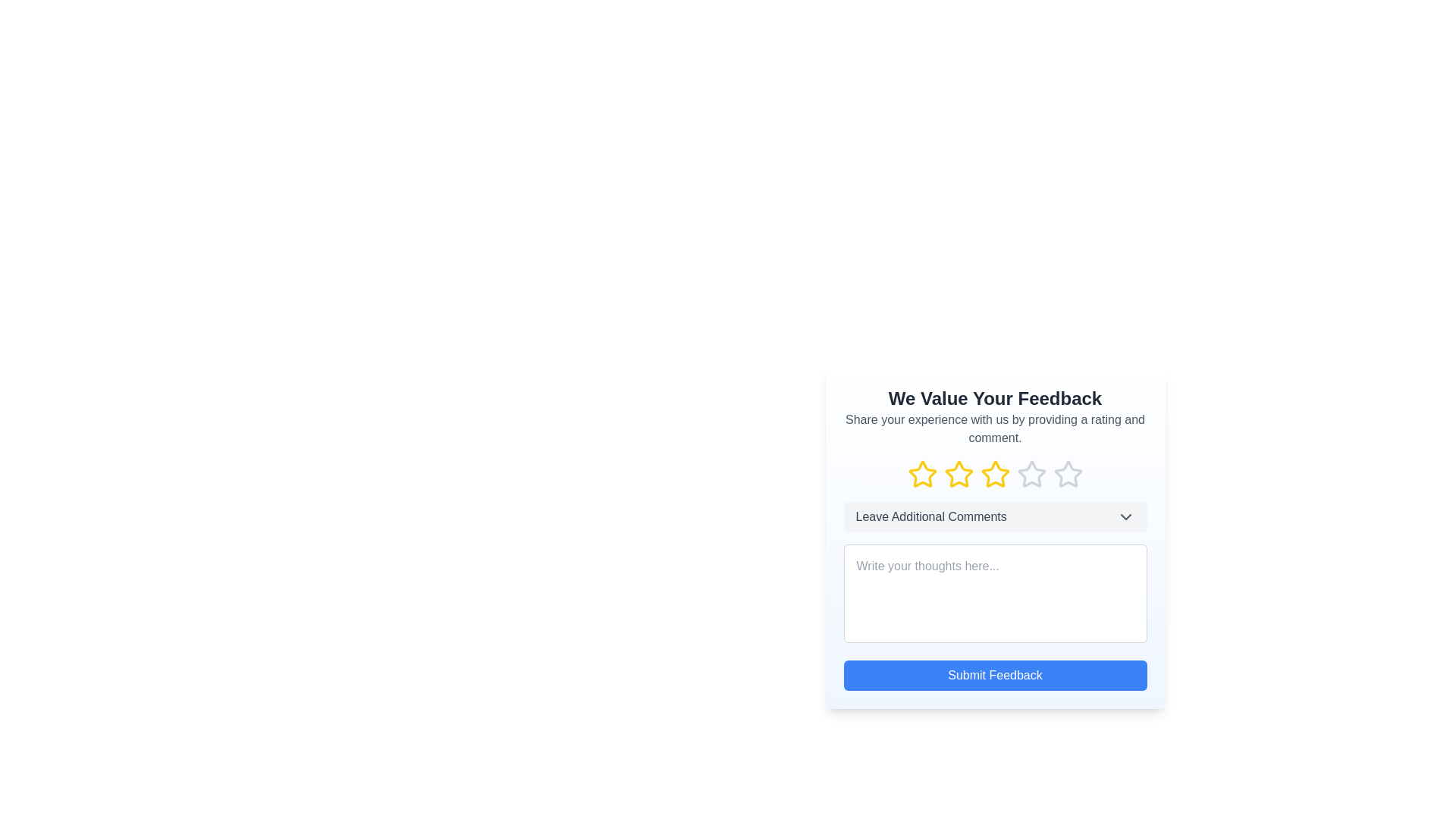  I want to click on the fifth star icon outlined in gray with a hollow interior in the feedback rating interface, so click(1067, 473).